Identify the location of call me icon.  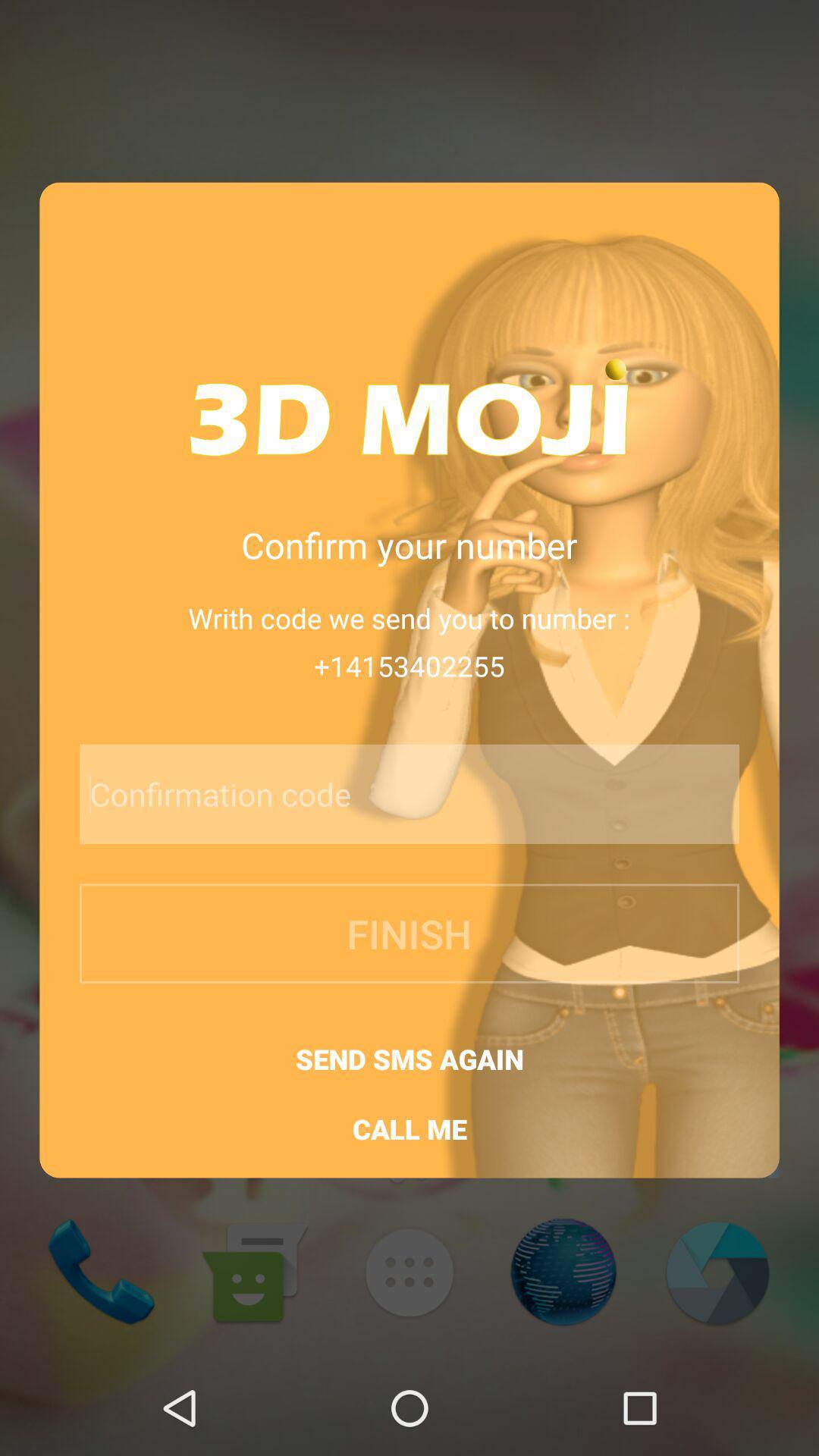
(409, 1129).